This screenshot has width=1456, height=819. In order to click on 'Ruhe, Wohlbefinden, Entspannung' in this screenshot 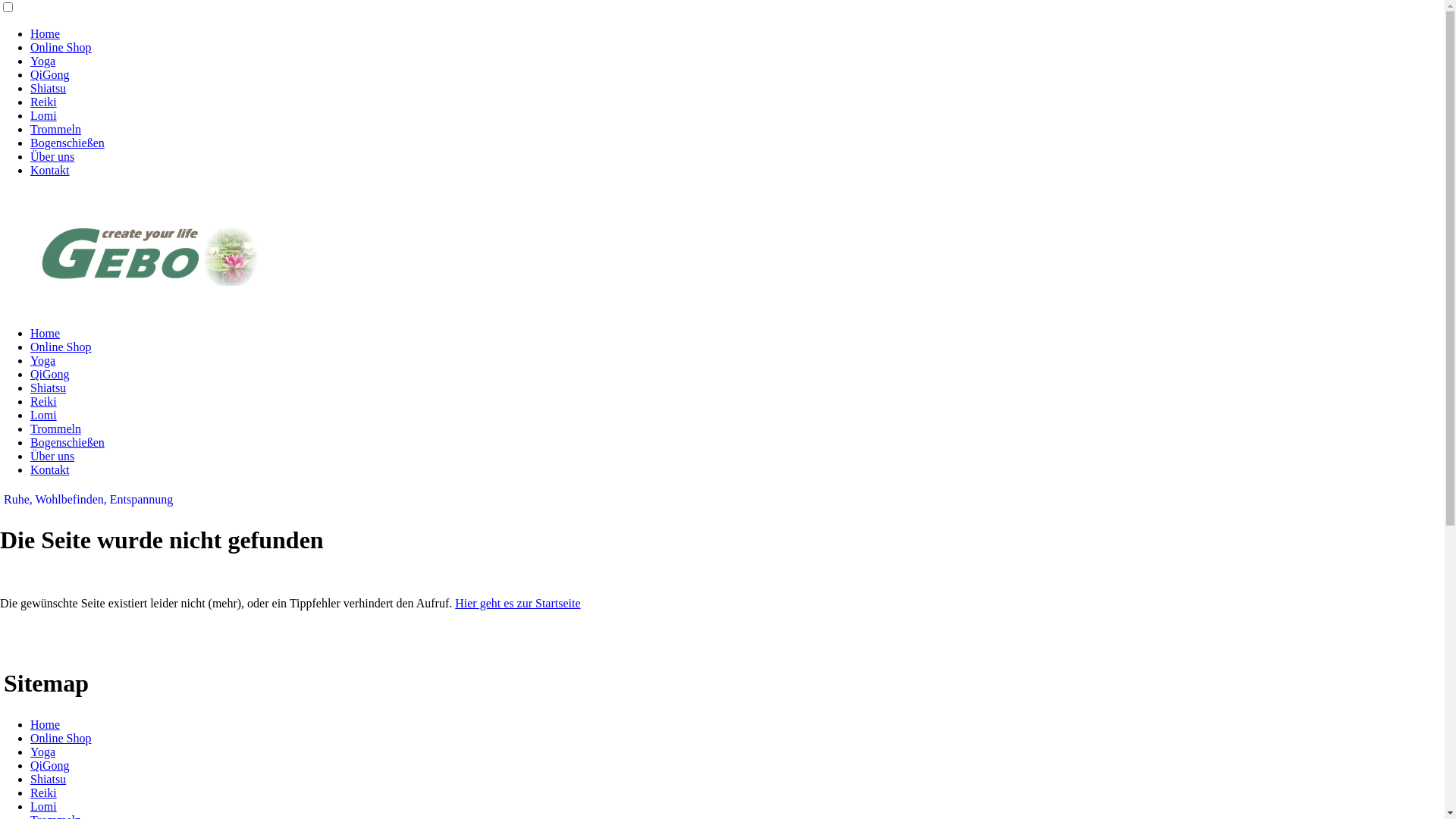, I will do `click(87, 499)`.